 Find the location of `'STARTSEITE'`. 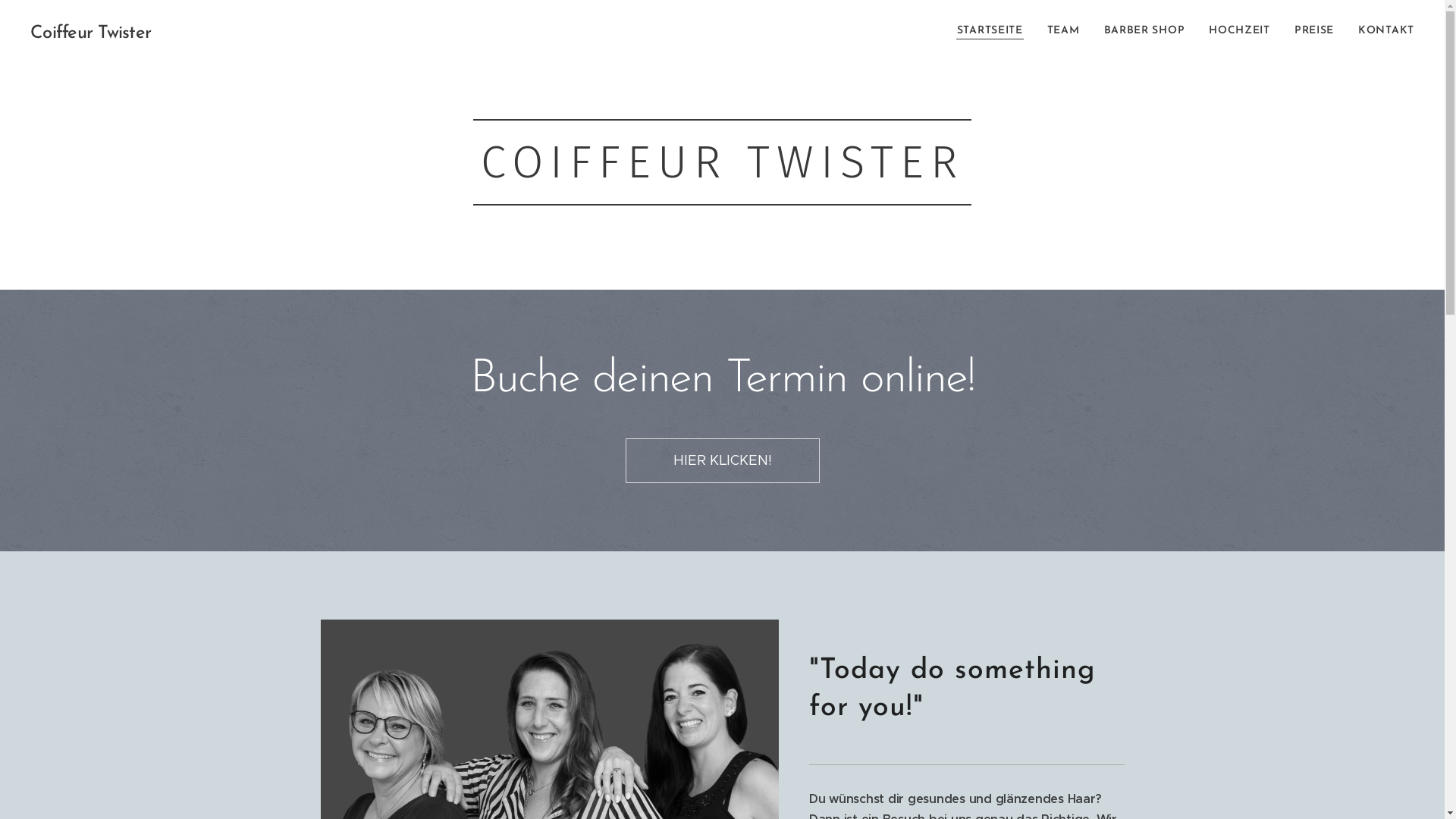

'STARTSEITE' is located at coordinates (993, 31).